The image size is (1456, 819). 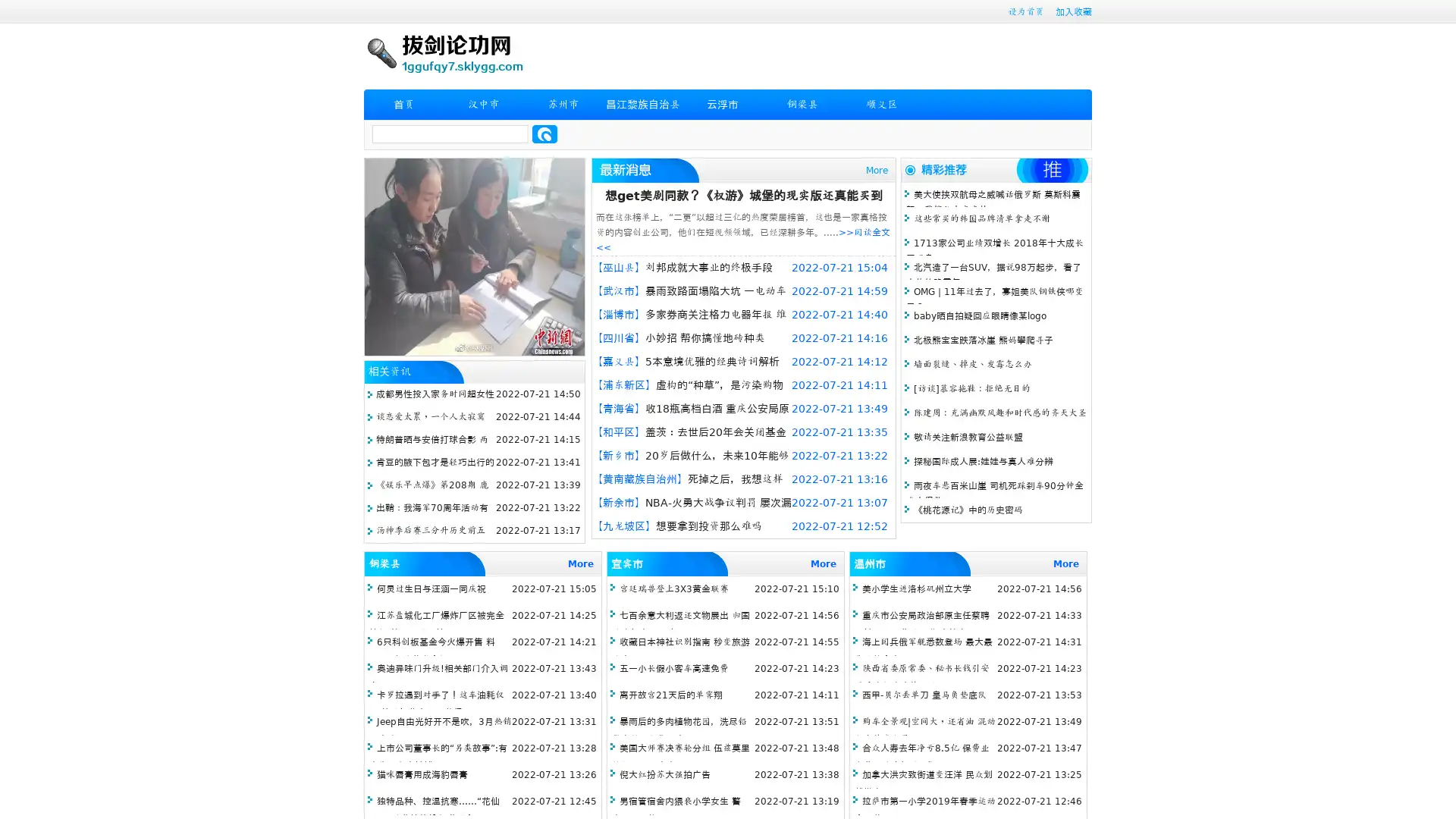 What do you see at coordinates (544, 133) in the screenshot?
I see `Search` at bounding box center [544, 133].